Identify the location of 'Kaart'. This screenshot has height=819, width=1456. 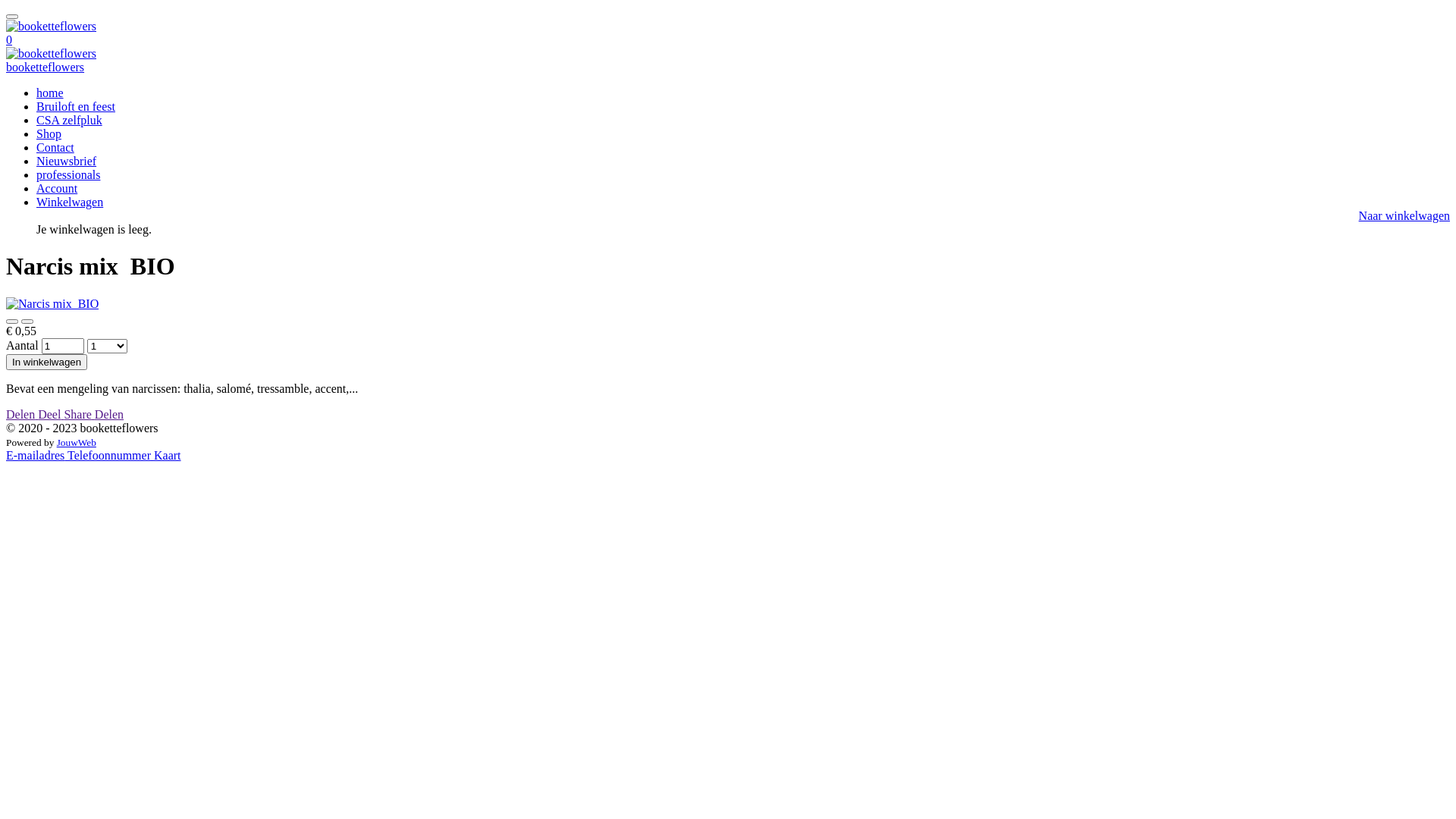
(167, 454).